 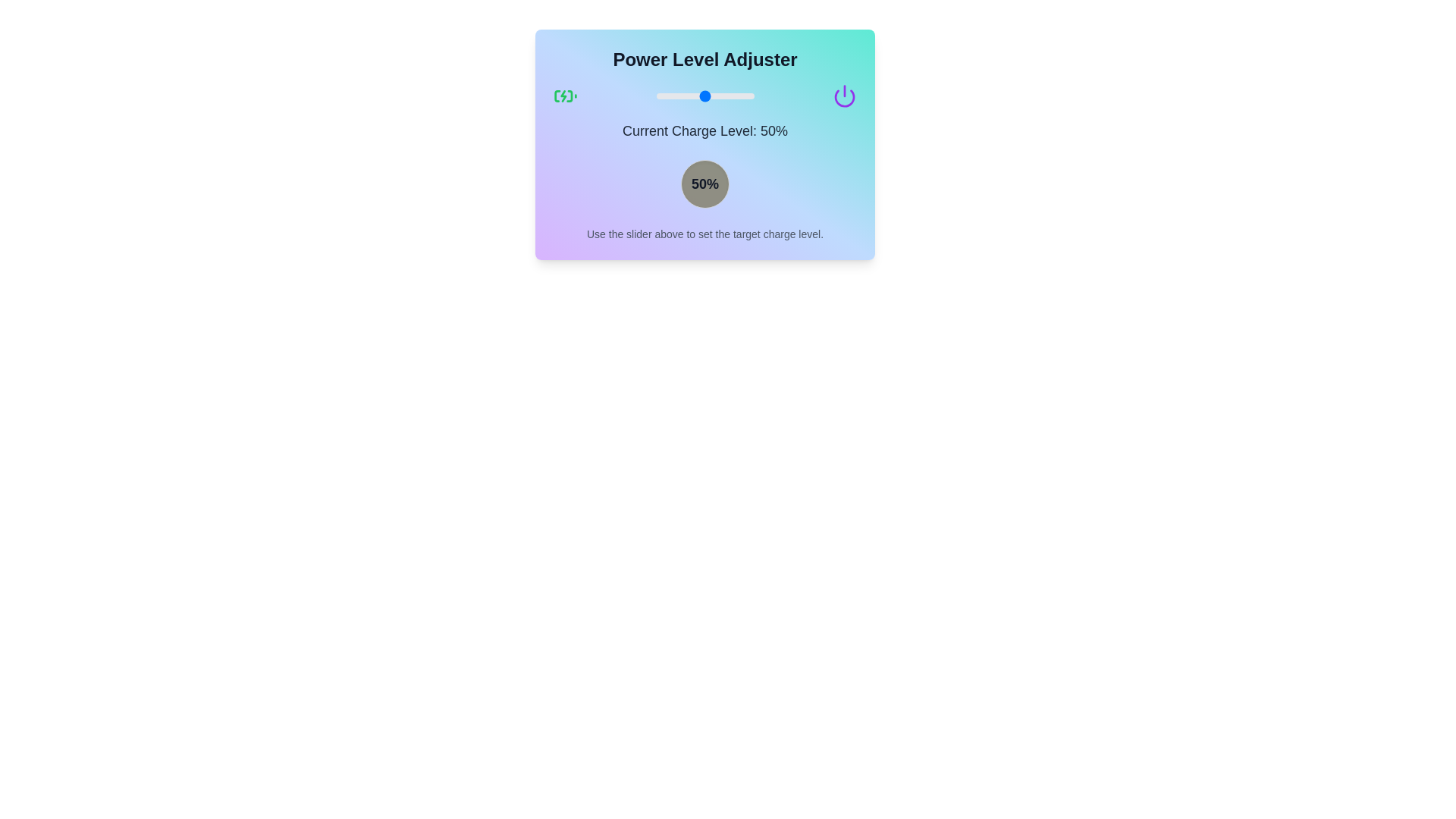 What do you see at coordinates (704, 96) in the screenshot?
I see `the range slider located at the center of the card, directly below the 'Power Level Adjuster' title text and above the 'Current Charge Level: 50%' section` at bounding box center [704, 96].